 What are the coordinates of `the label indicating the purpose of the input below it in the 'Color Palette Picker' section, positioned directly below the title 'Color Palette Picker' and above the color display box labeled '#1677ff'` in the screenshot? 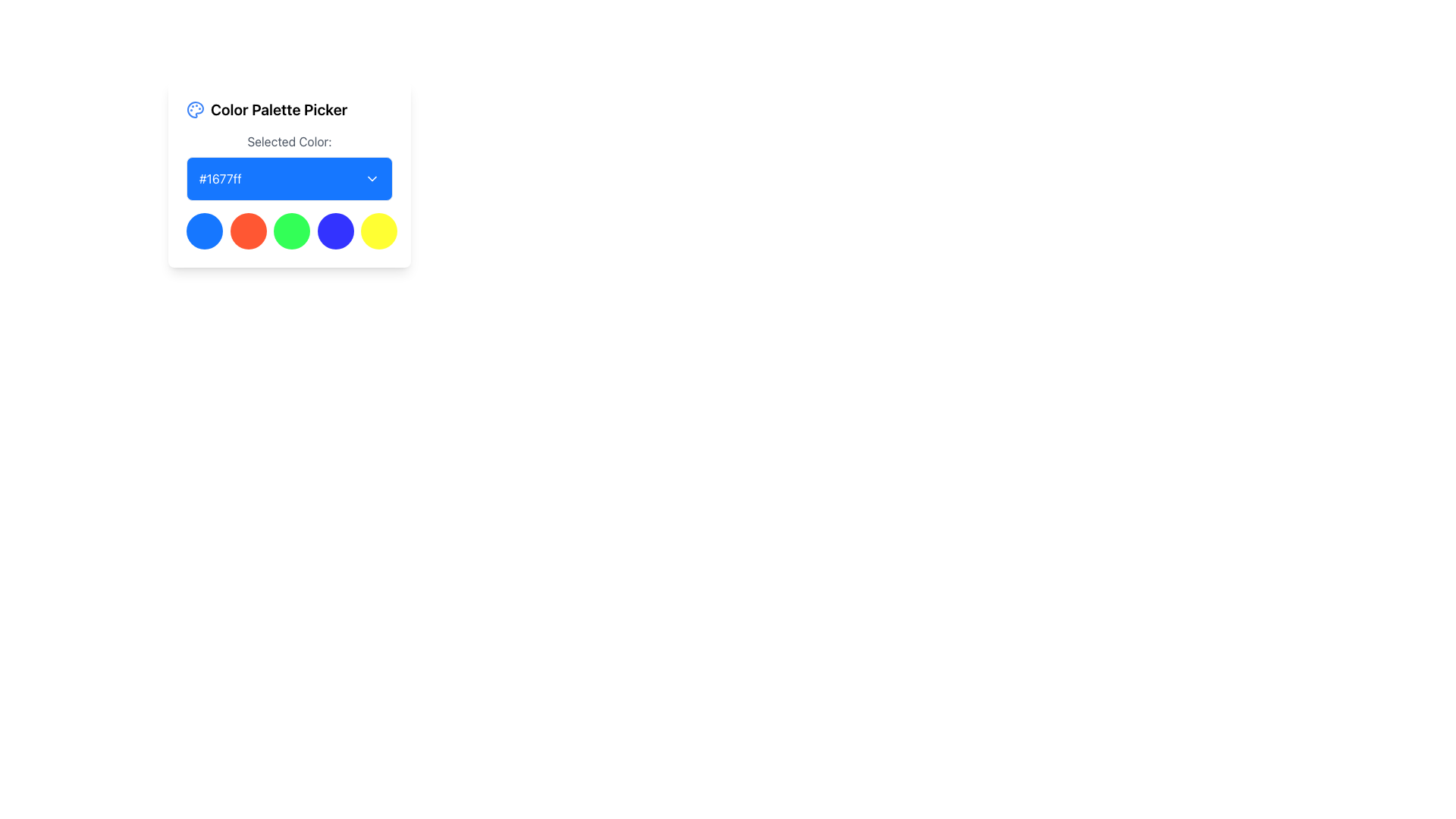 It's located at (290, 141).